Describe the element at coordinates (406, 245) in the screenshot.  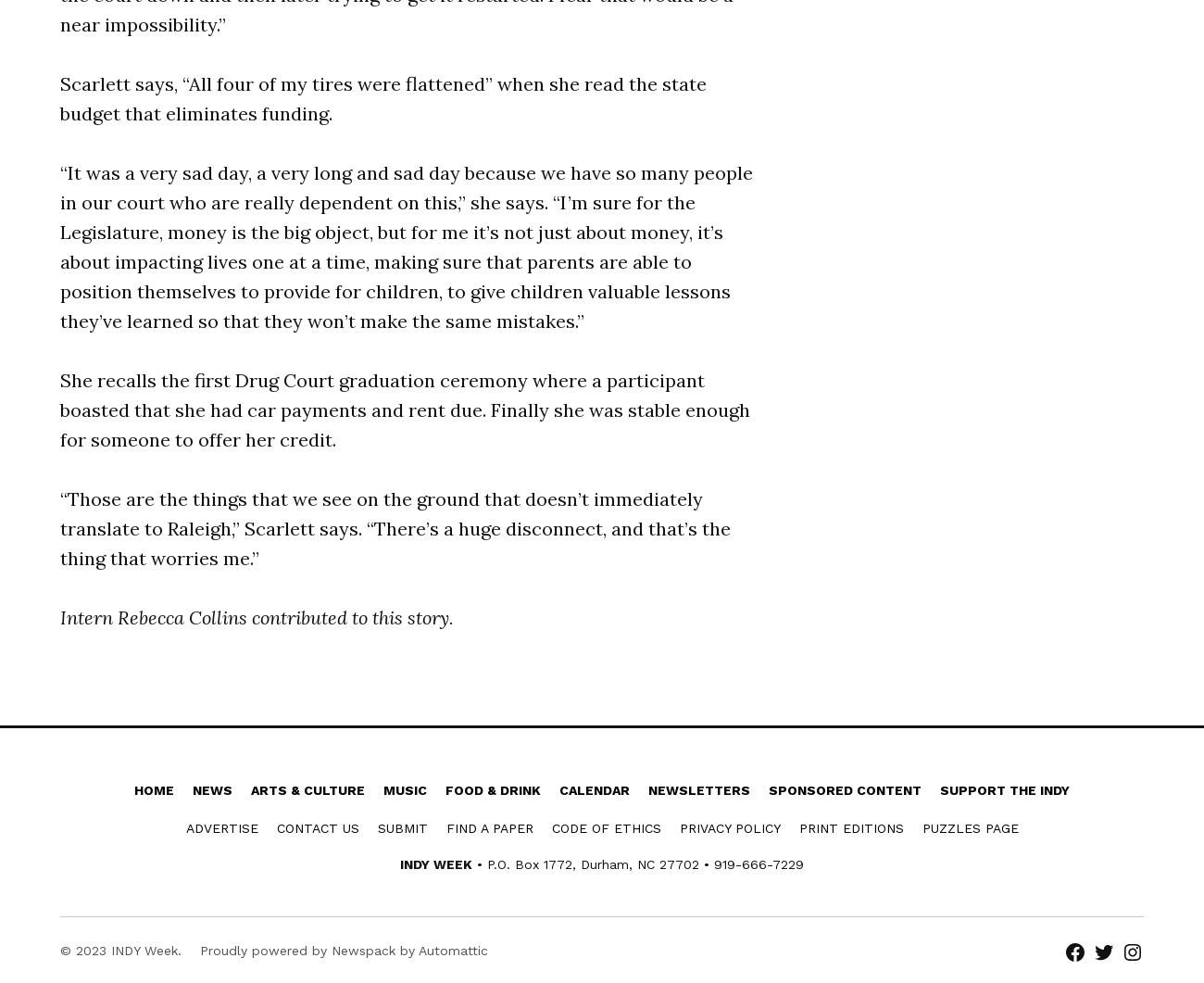
I see `'“It was a very sad day, a very long and sad day because we have so many people in our court who are really dependent on this,” she says. “I’m sure for the Legislature, money is the big object, but for me it’s not just about money, it’s about impacting lives one at a time, making sure that parents are able to position themselves to provide for children, to give children valuable lessons they’ve learned so that they won’t make the same mistakes.”'` at that location.